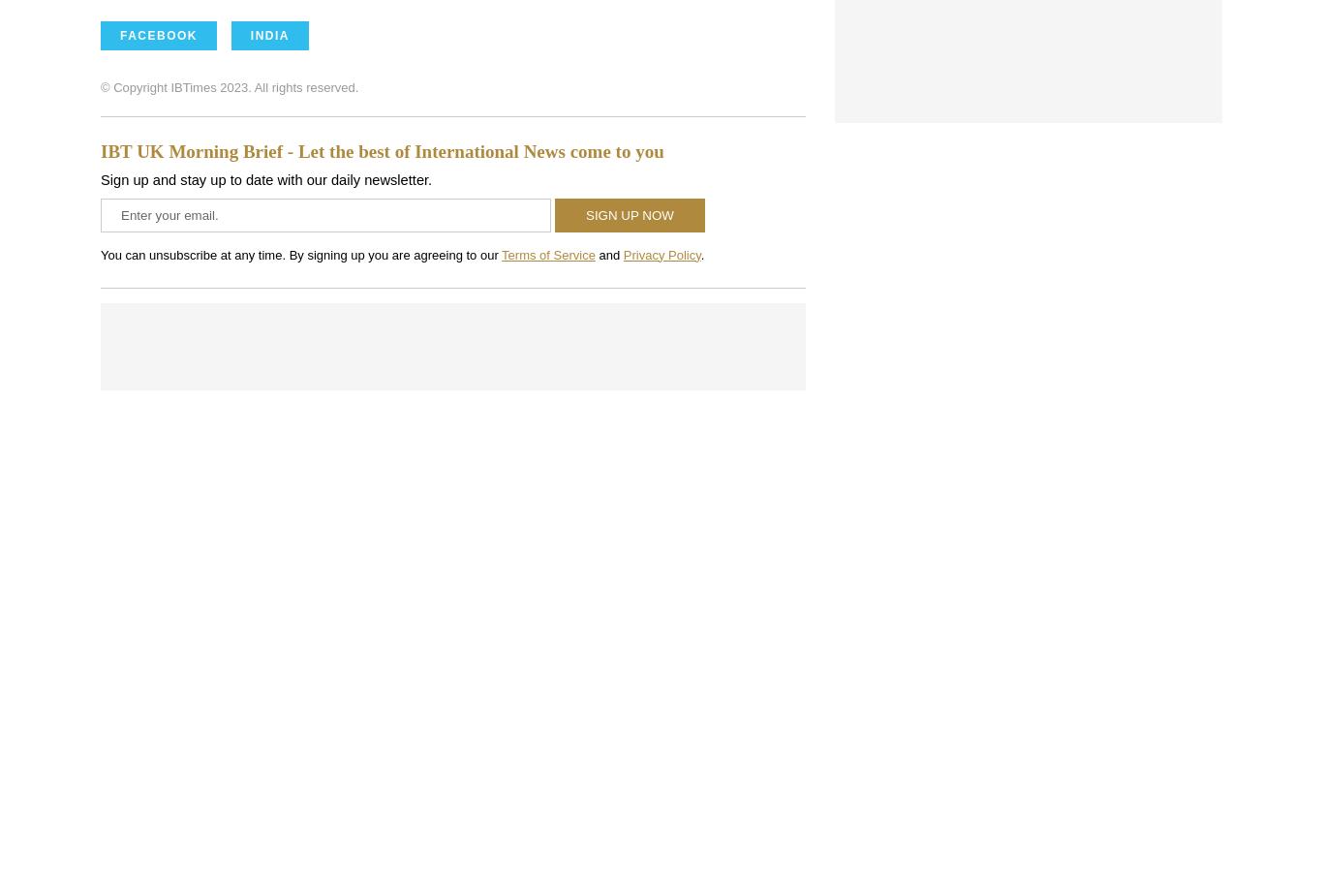  Describe the element at coordinates (607, 253) in the screenshot. I see `'and'` at that location.